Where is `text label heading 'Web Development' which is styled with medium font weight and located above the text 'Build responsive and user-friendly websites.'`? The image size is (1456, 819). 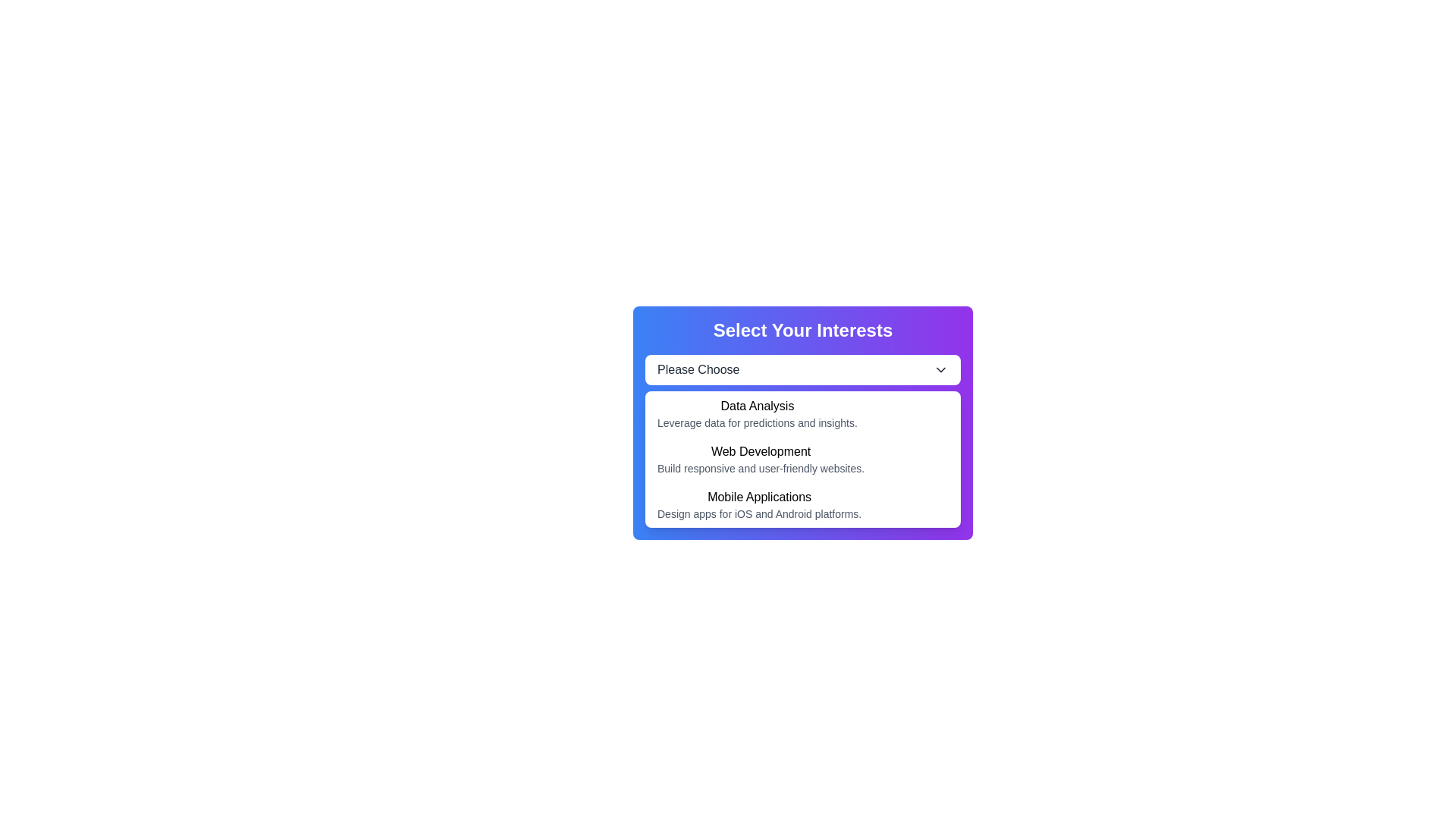
text label heading 'Web Development' which is styled with medium font weight and located above the text 'Build responsive and user-friendly websites.' is located at coordinates (761, 451).